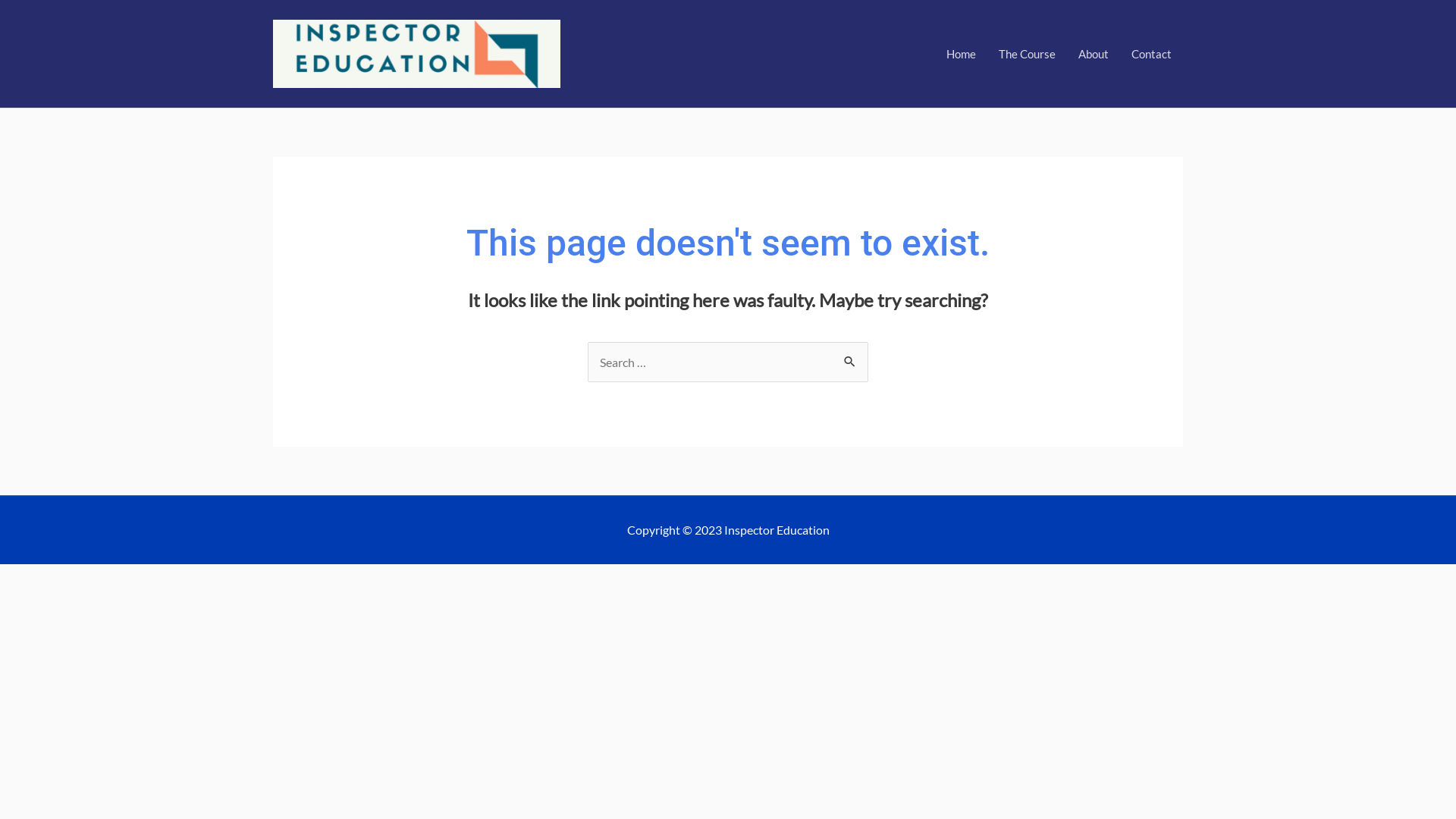 Image resolution: width=1456 pixels, height=819 pixels. I want to click on 'About', so click(1093, 52).